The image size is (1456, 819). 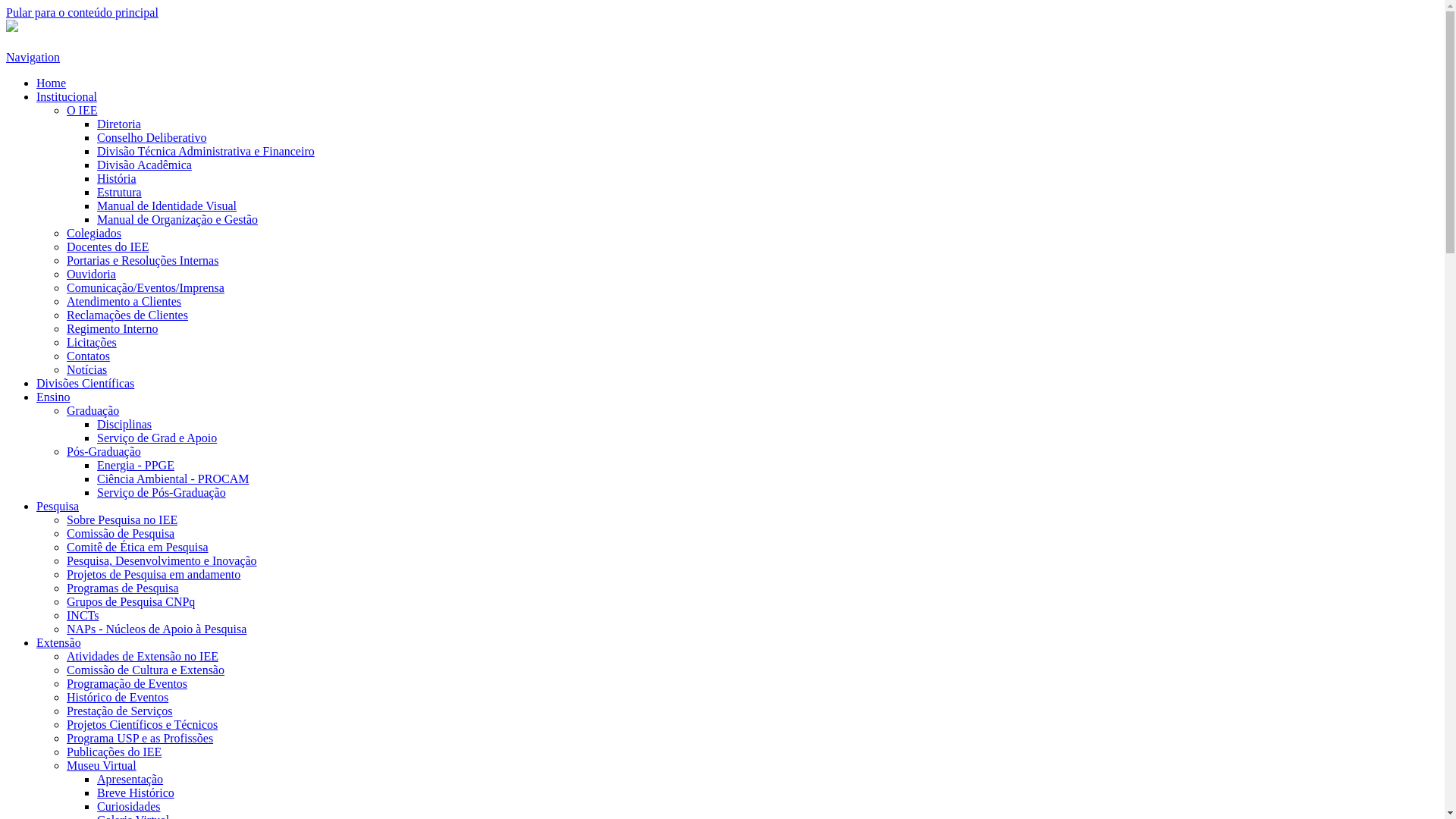 I want to click on 'Diretoria', so click(x=96, y=123).